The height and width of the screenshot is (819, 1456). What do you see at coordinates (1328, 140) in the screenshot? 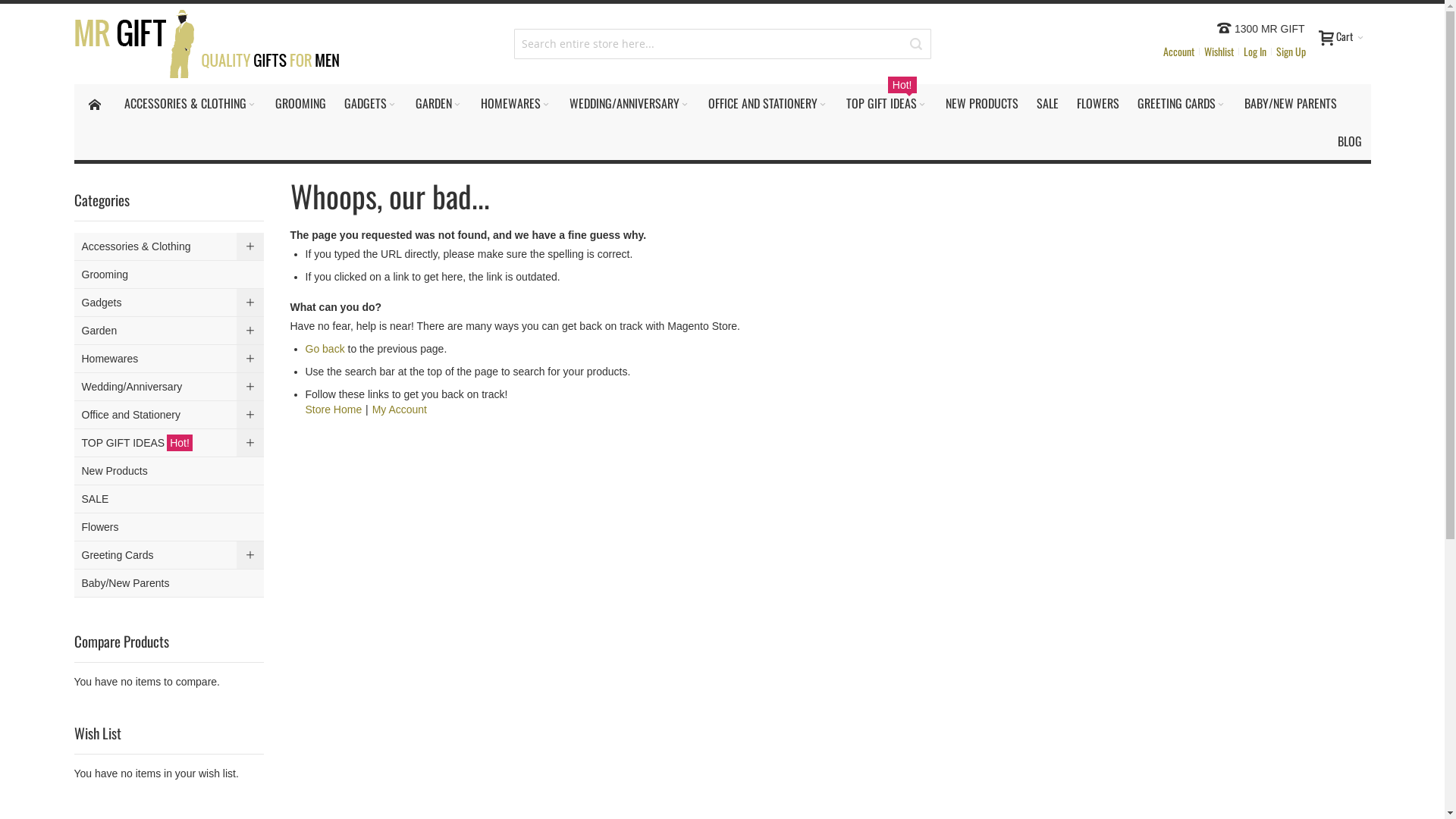
I see `'BLOG'` at bounding box center [1328, 140].